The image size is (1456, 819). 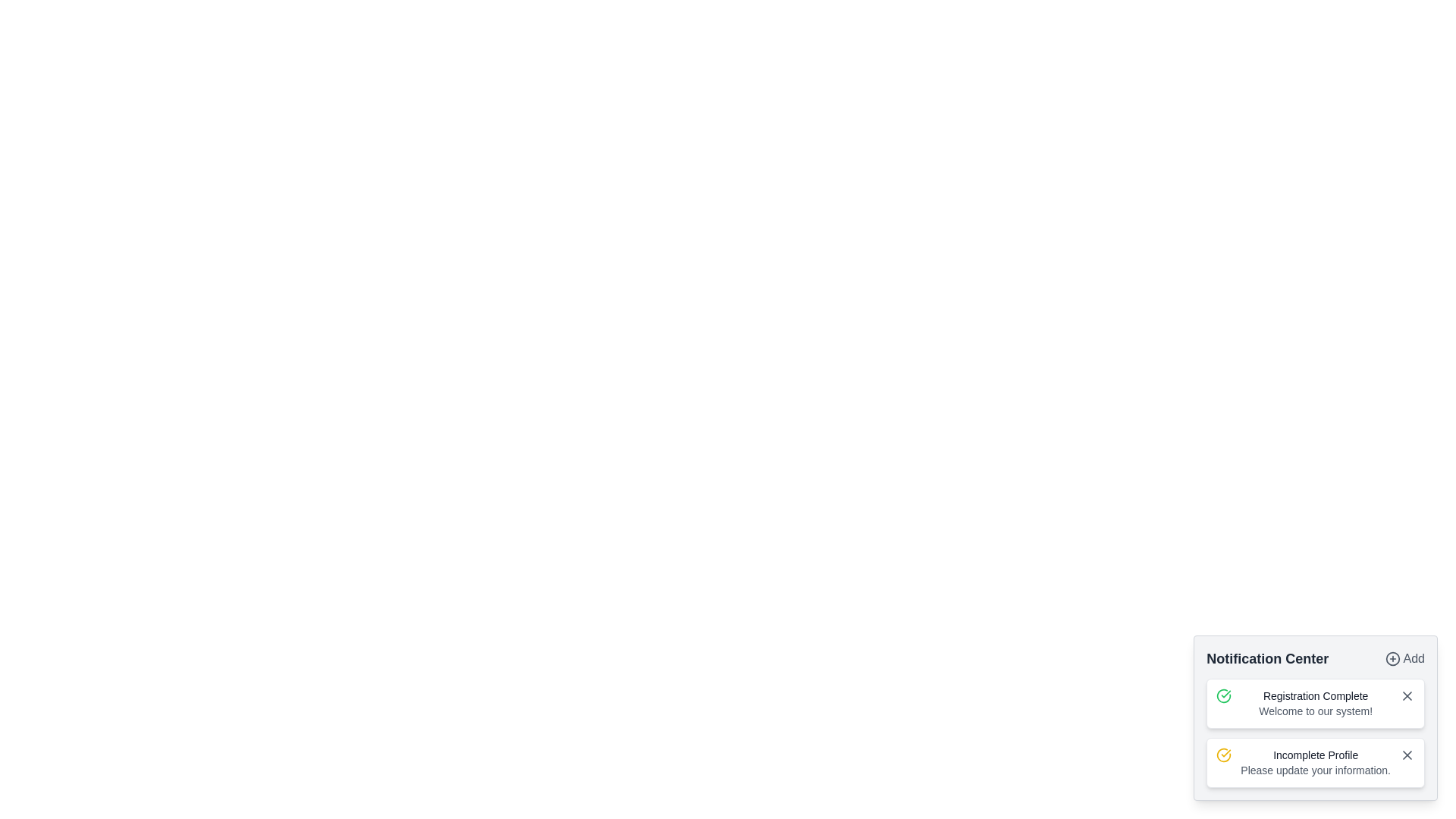 I want to click on the close button located at the top-right corner of the 'Incomplete Profile' notification in the 'Notification Center', so click(x=1407, y=755).